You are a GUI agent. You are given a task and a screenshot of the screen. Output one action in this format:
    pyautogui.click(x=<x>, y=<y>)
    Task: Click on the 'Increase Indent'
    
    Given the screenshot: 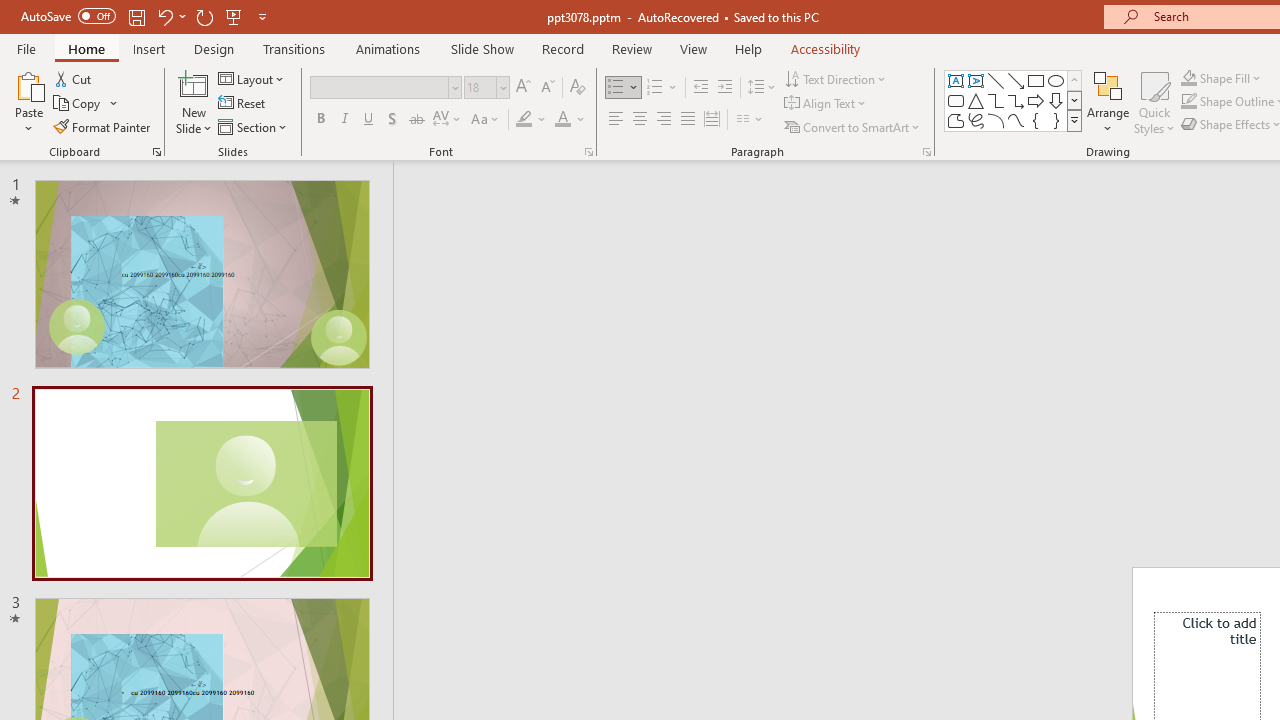 What is the action you would take?
    pyautogui.click(x=724, y=86)
    